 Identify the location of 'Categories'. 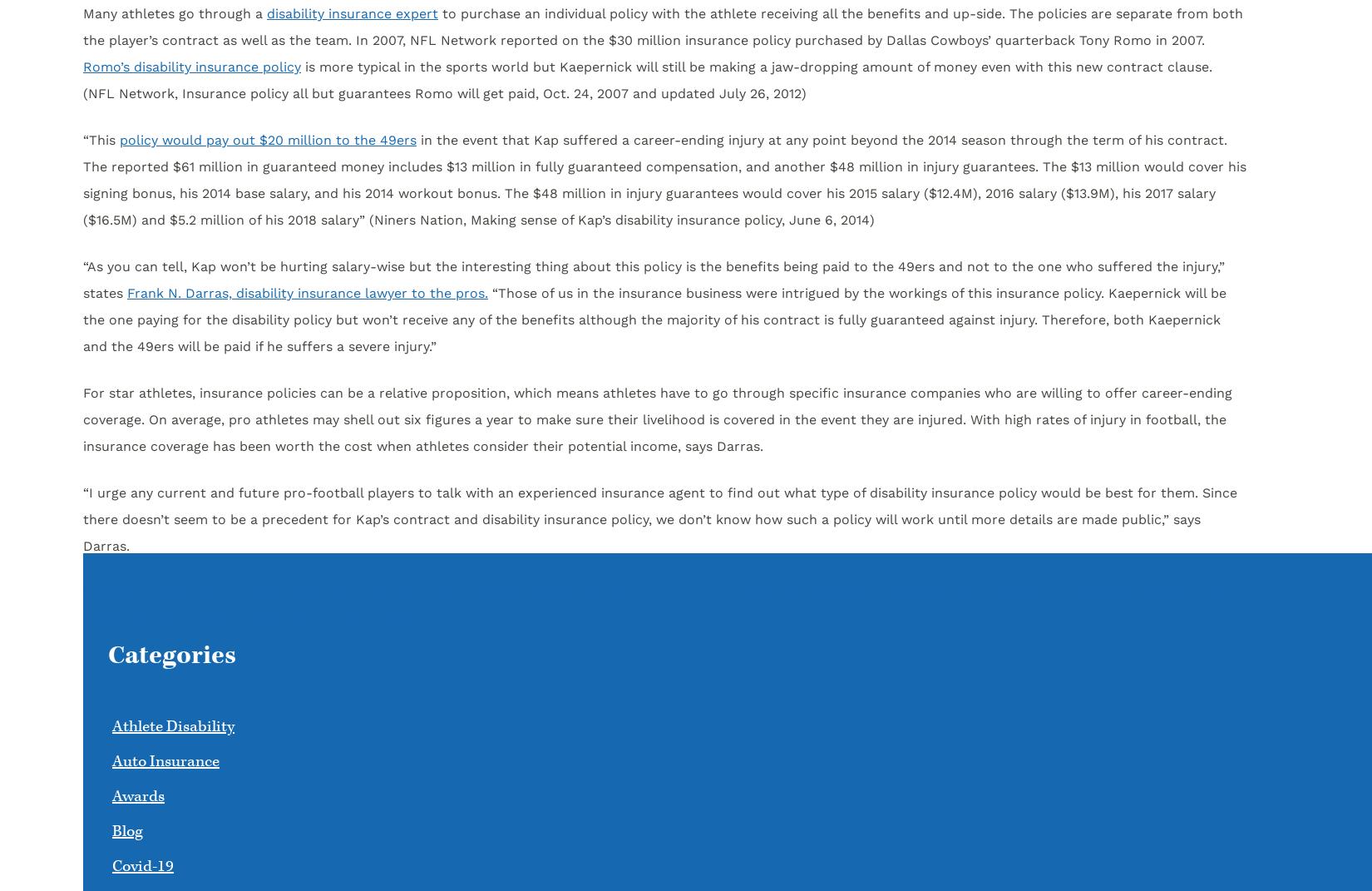
(172, 655).